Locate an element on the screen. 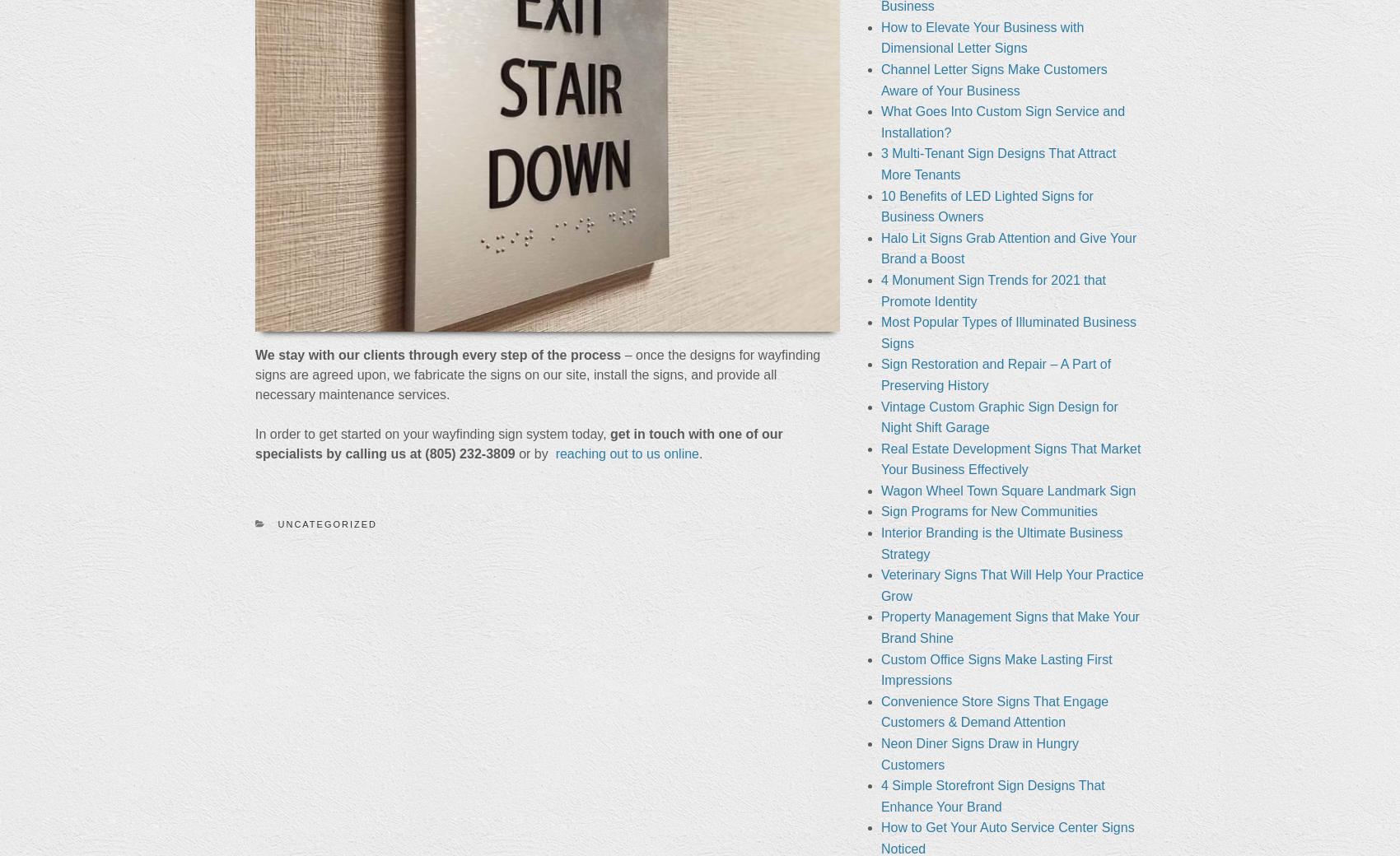  '3 Multi-Tenant Sign Designs That Attract More Tenants' is located at coordinates (996, 163).